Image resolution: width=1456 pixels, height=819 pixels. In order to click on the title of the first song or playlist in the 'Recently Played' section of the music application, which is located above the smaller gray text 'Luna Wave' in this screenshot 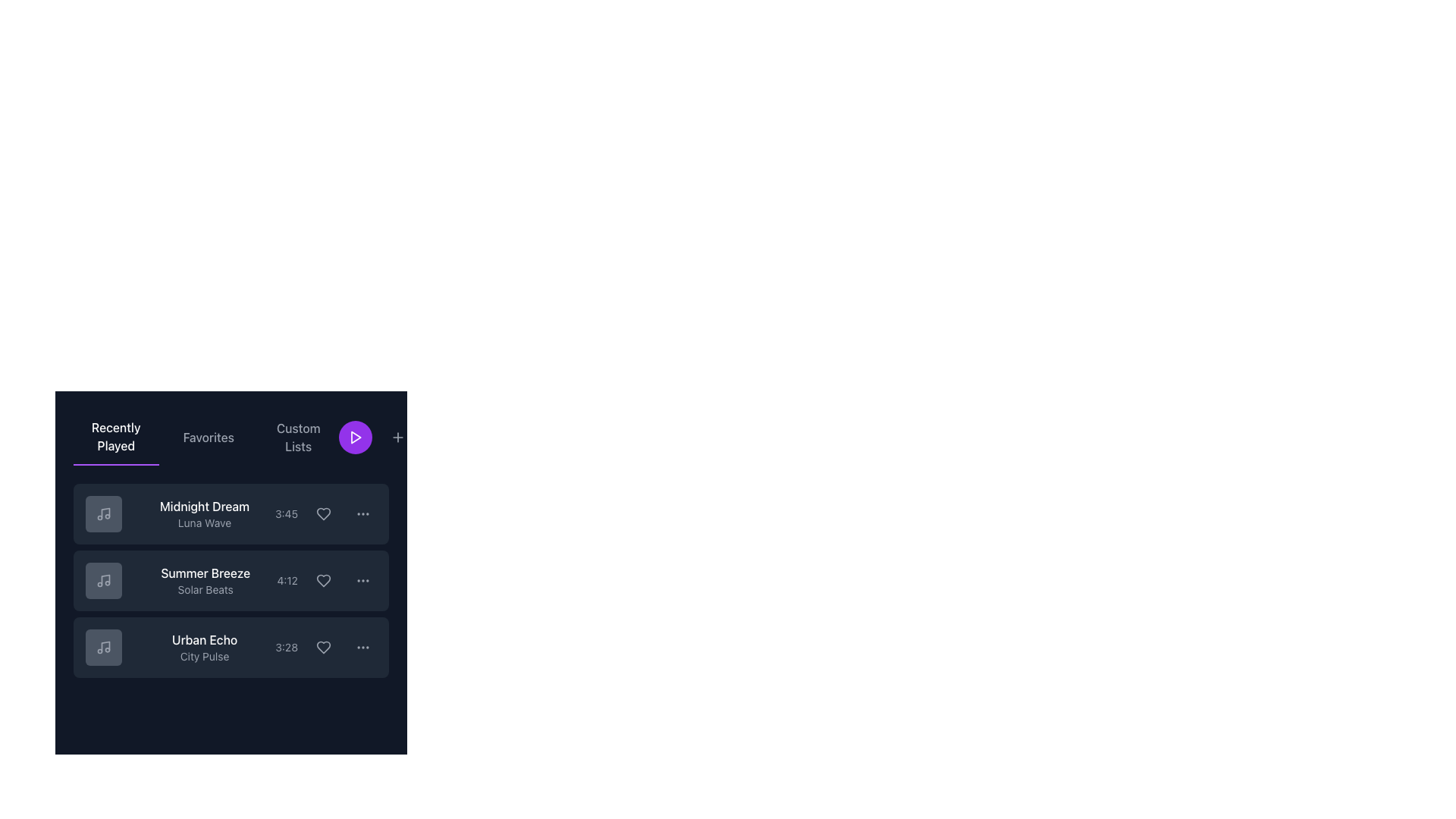, I will do `click(203, 506)`.